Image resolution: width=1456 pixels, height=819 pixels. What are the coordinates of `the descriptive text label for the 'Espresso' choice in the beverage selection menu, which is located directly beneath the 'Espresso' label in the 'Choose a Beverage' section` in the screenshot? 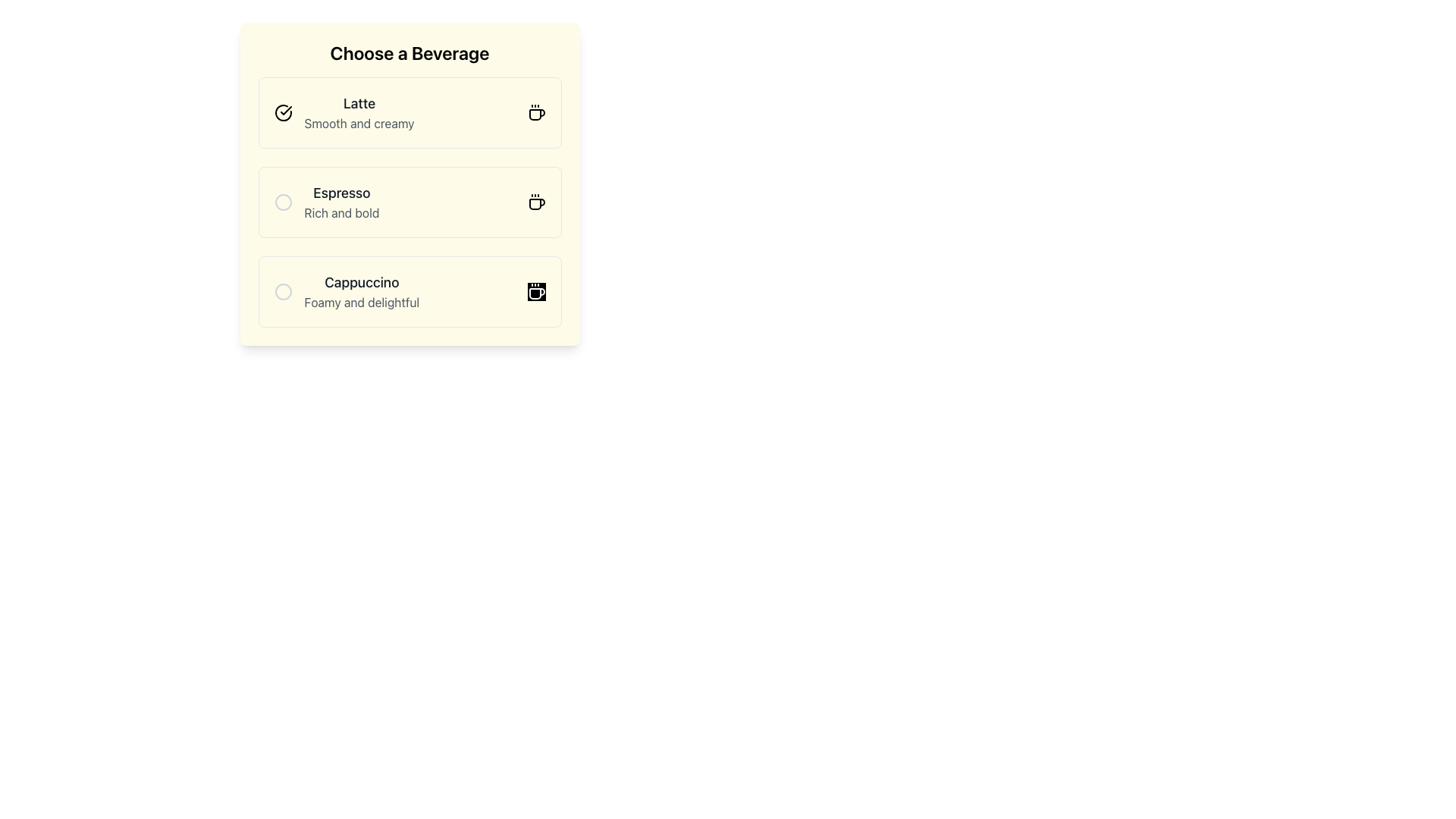 It's located at (341, 213).